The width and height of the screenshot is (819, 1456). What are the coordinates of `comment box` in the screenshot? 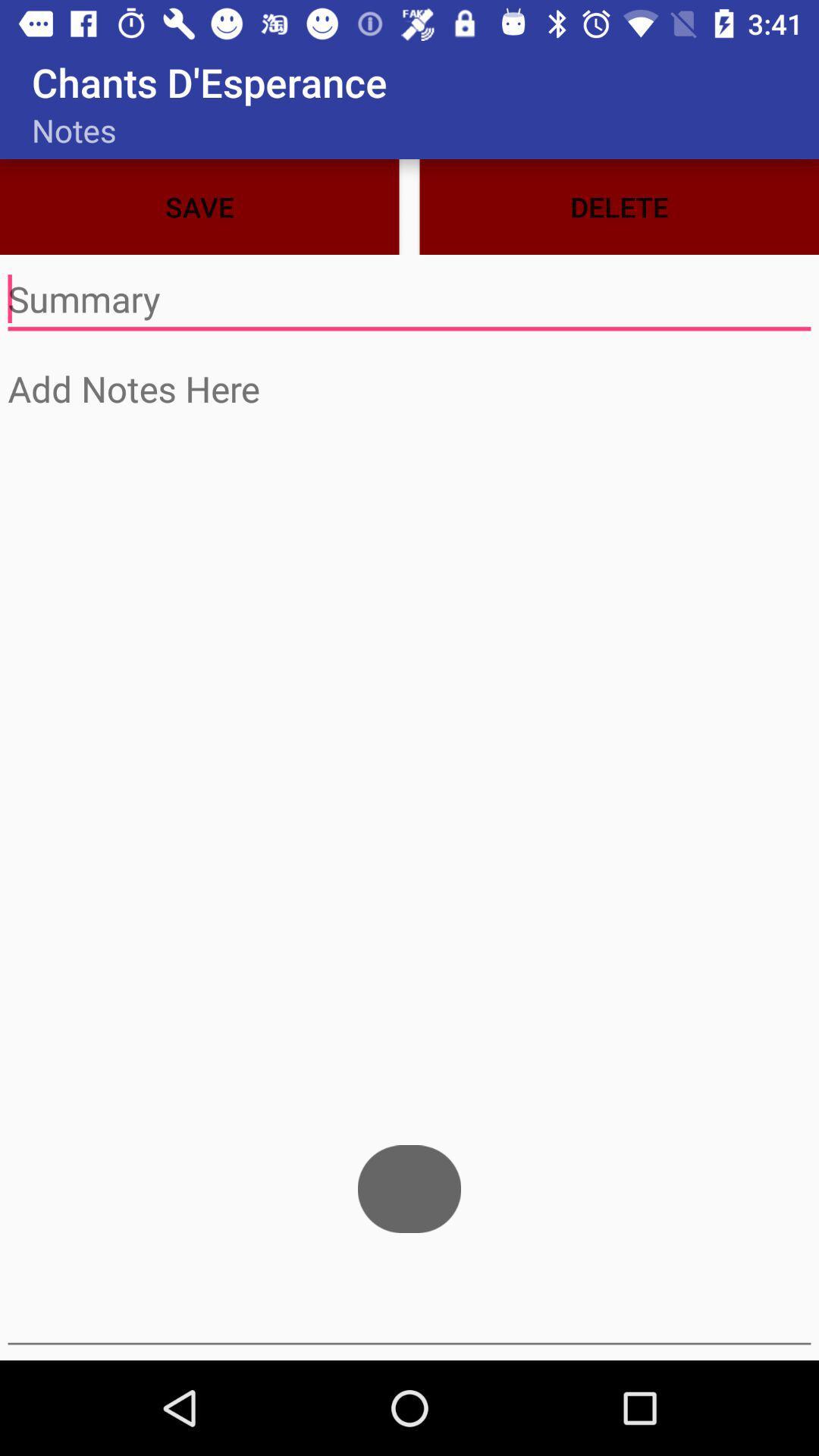 It's located at (409, 300).